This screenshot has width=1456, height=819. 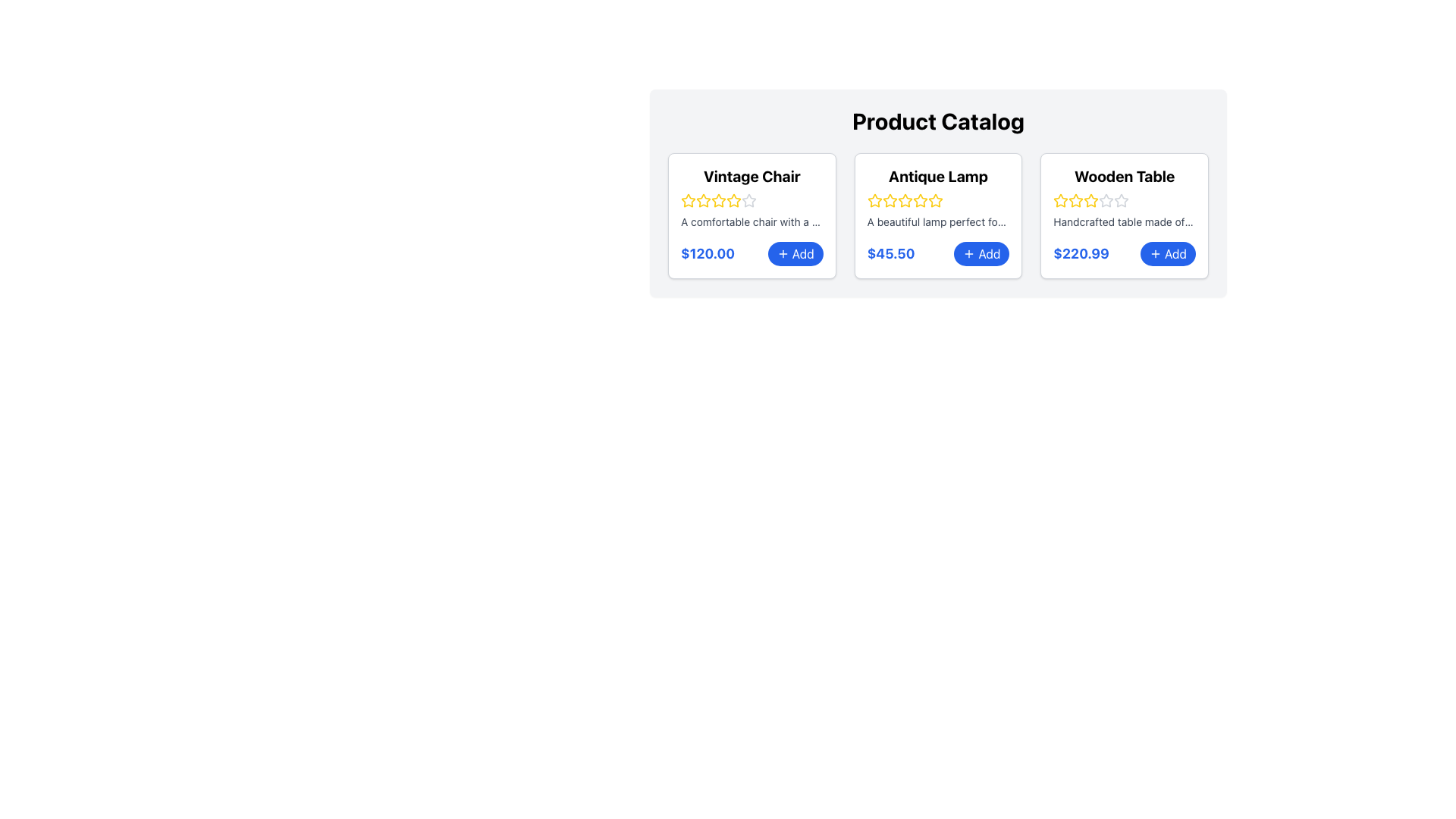 What do you see at coordinates (1060, 200) in the screenshot?
I see `the first yellow star icon within the 'Wooden Table' product card to interact with the rating` at bounding box center [1060, 200].